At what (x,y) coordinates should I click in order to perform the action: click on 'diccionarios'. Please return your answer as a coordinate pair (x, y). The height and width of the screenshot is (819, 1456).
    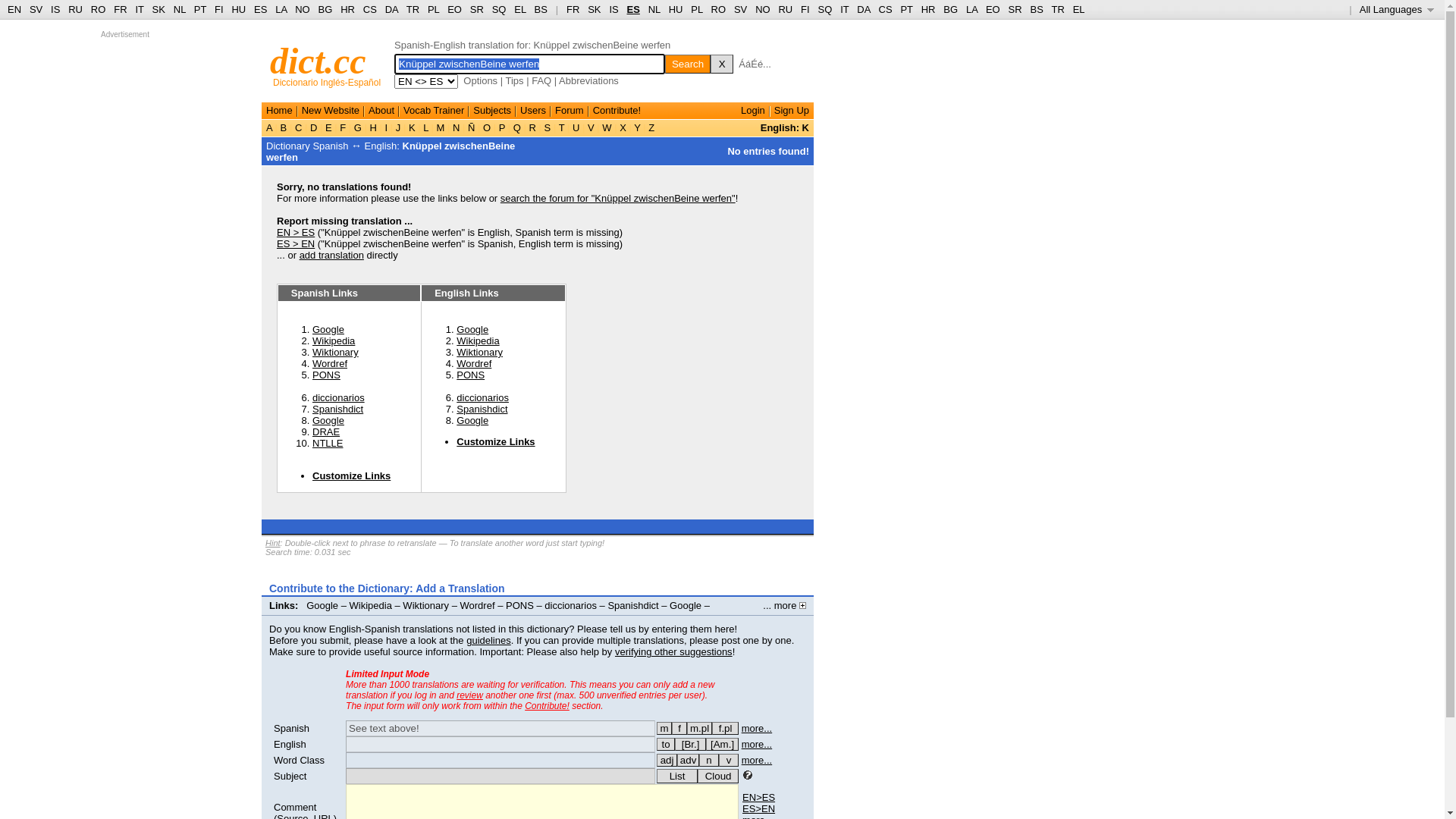
    Looking at the image, I should click on (482, 397).